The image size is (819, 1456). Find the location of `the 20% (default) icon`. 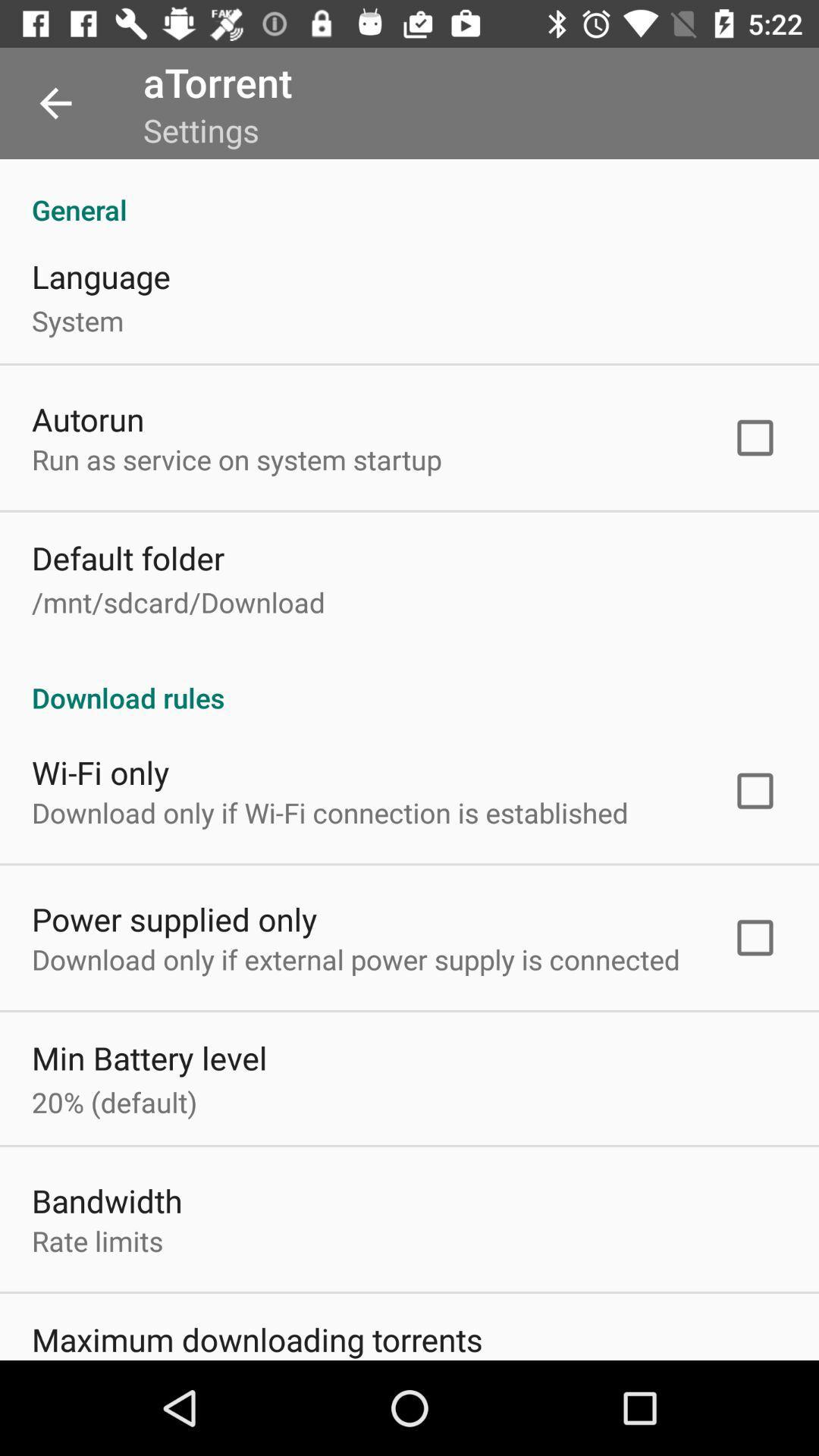

the 20% (default) icon is located at coordinates (114, 1102).